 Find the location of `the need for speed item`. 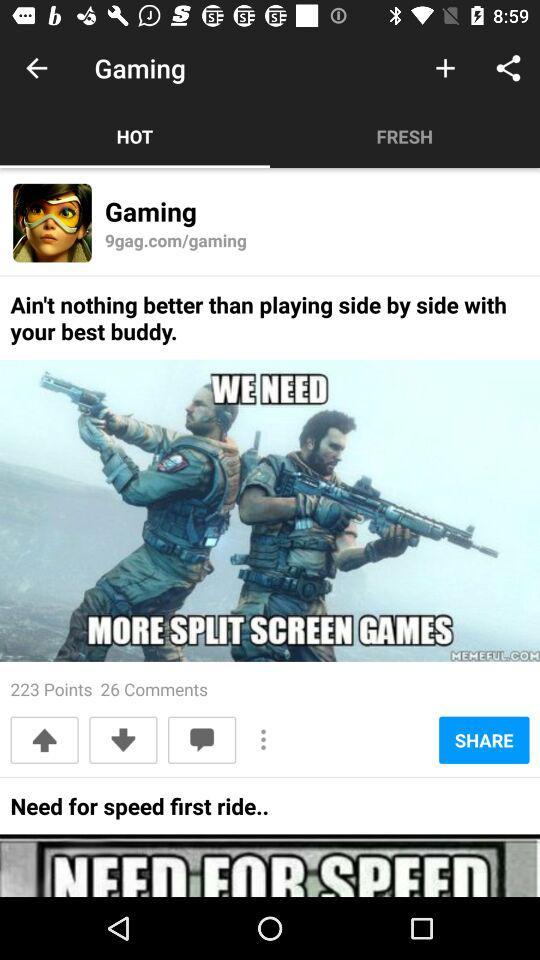

the need for speed item is located at coordinates (138, 812).